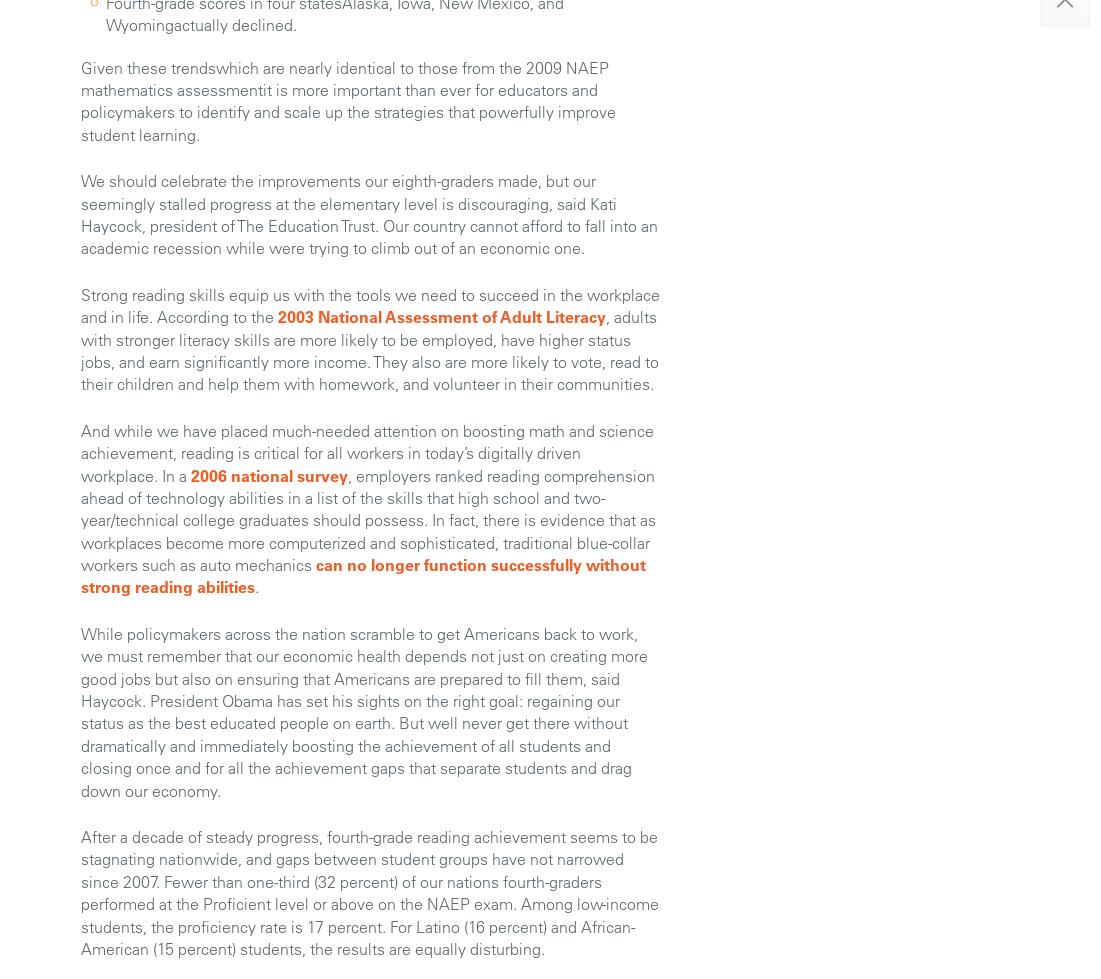 The image size is (1101, 979). Describe the element at coordinates (81, 100) in the screenshot. I see `'Given these trendswhich are nearly identical to those from the 2009 NAEP mathematics assessmentit is more important than ever for educators and policymakers to identify and scale up the strategies that powerfully improve student learning.'` at that location.